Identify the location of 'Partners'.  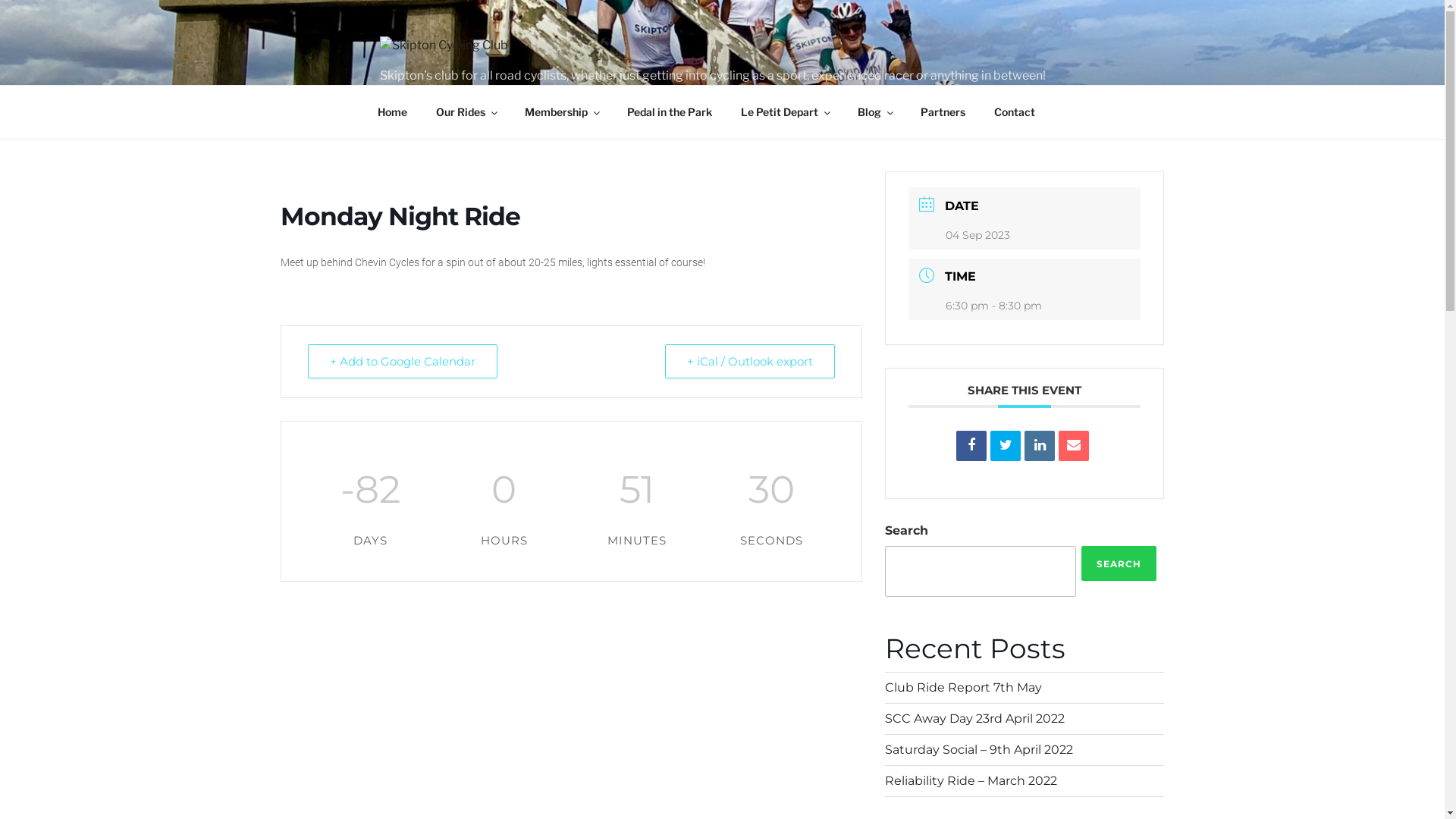
(942, 111).